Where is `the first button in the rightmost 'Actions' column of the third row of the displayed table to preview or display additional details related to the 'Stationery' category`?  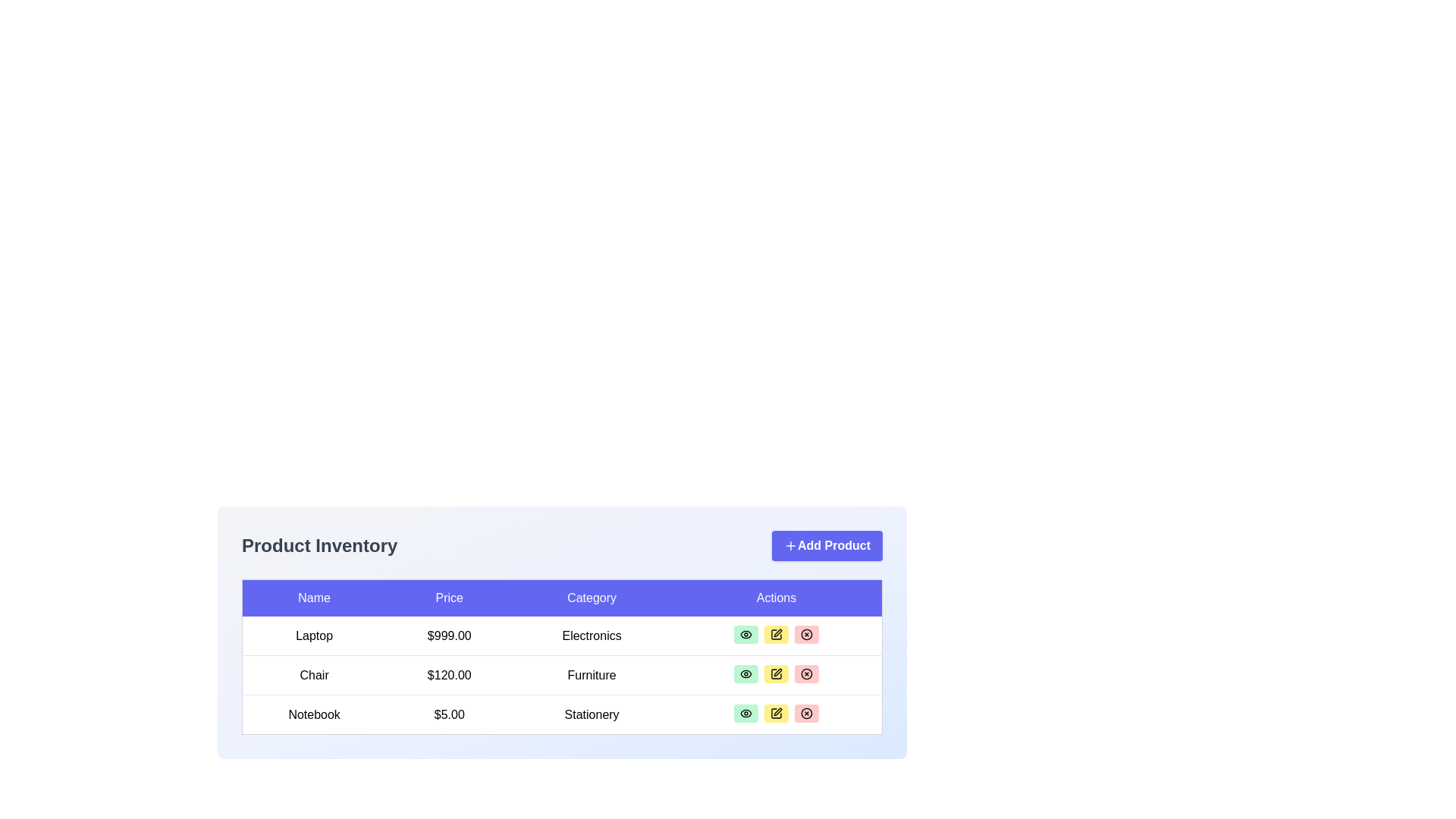 the first button in the rightmost 'Actions' column of the third row of the displayed table to preview or display additional details related to the 'Stationery' category is located at coordinates (745, 714).